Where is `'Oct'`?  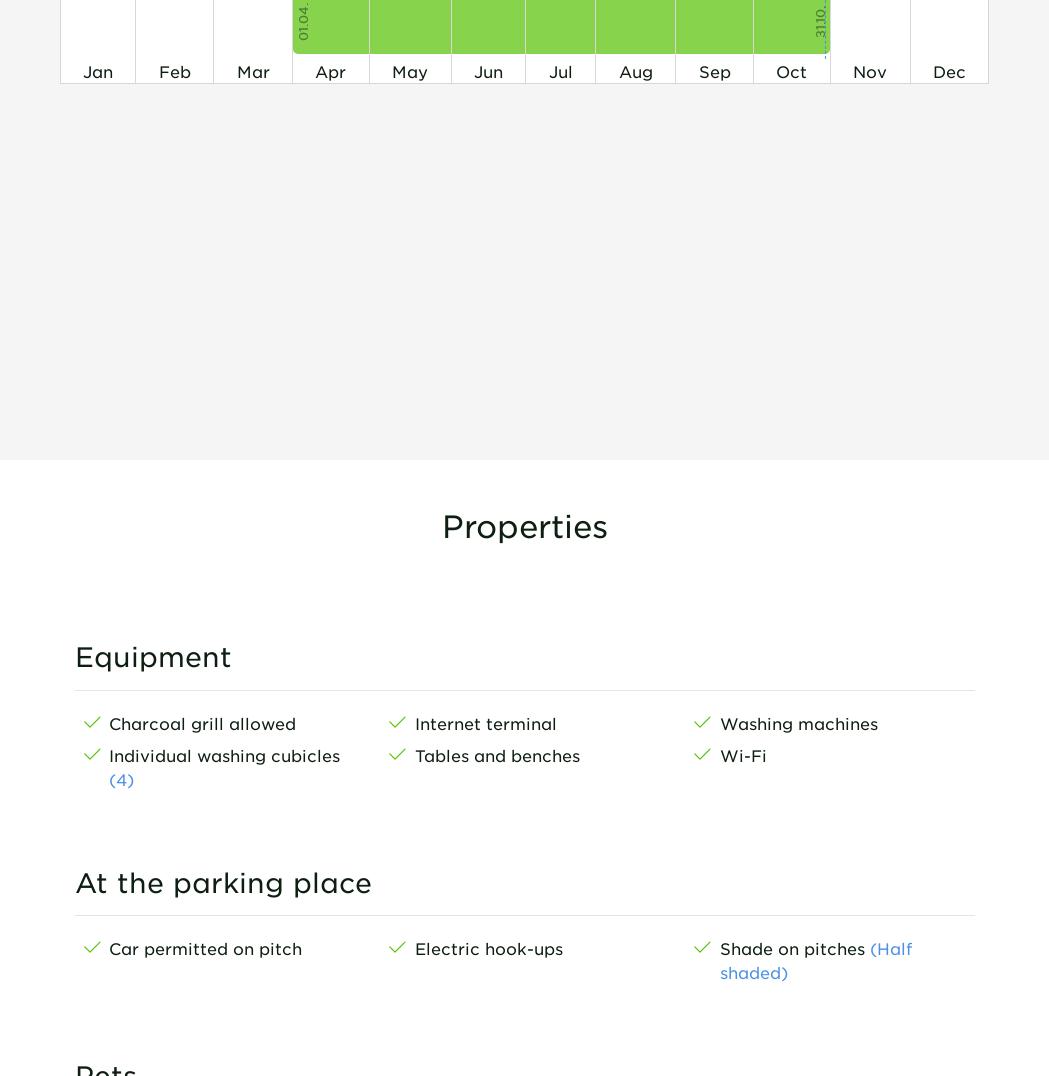 'Oct' is located at coordinates (791, 71).